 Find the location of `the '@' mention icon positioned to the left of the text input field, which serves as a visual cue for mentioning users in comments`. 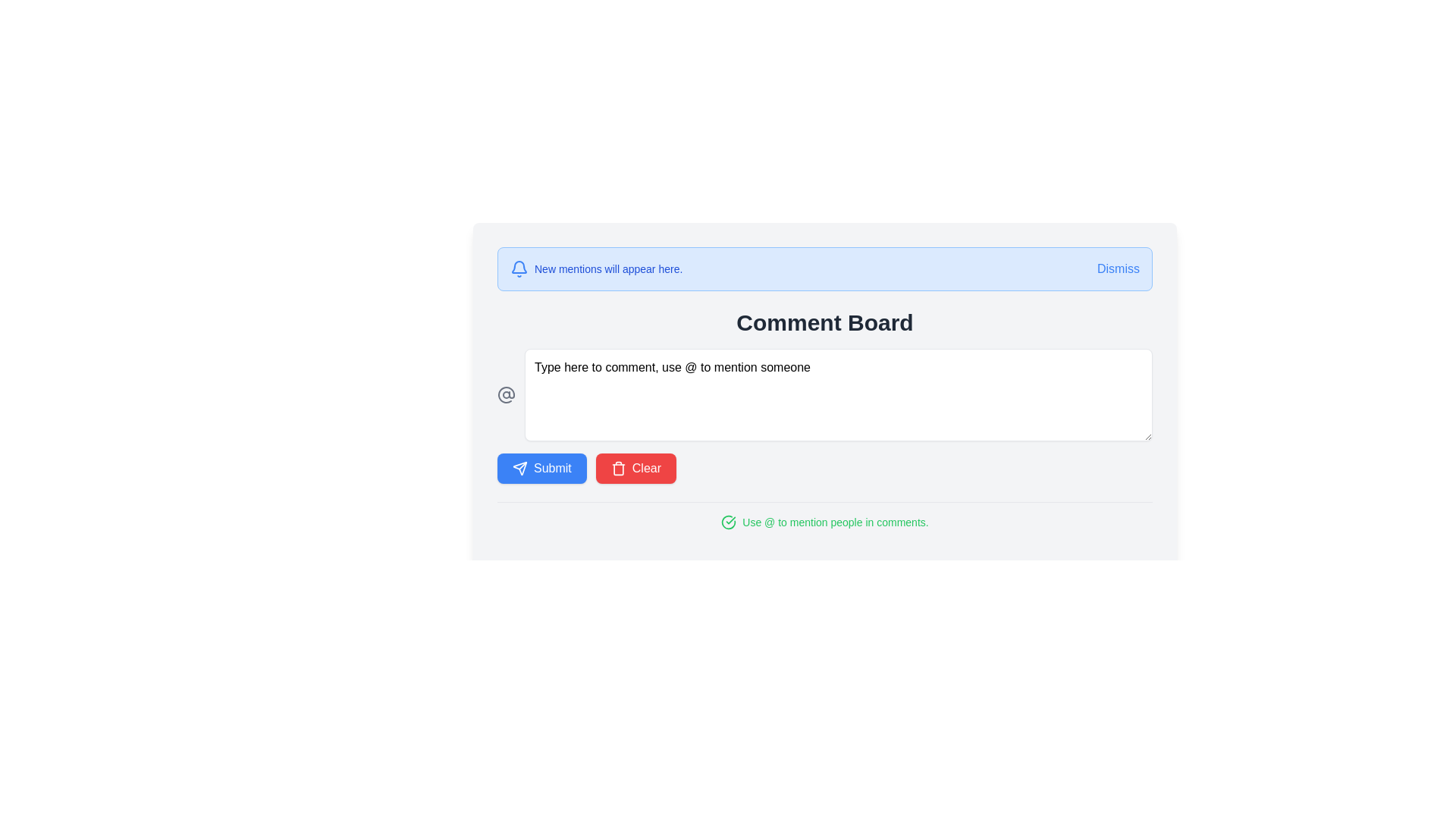

the '@' mention icon positioned to the left of the text input field, which serves as a visual cue for mentioning users in comments is located at coordinates (506, 394).